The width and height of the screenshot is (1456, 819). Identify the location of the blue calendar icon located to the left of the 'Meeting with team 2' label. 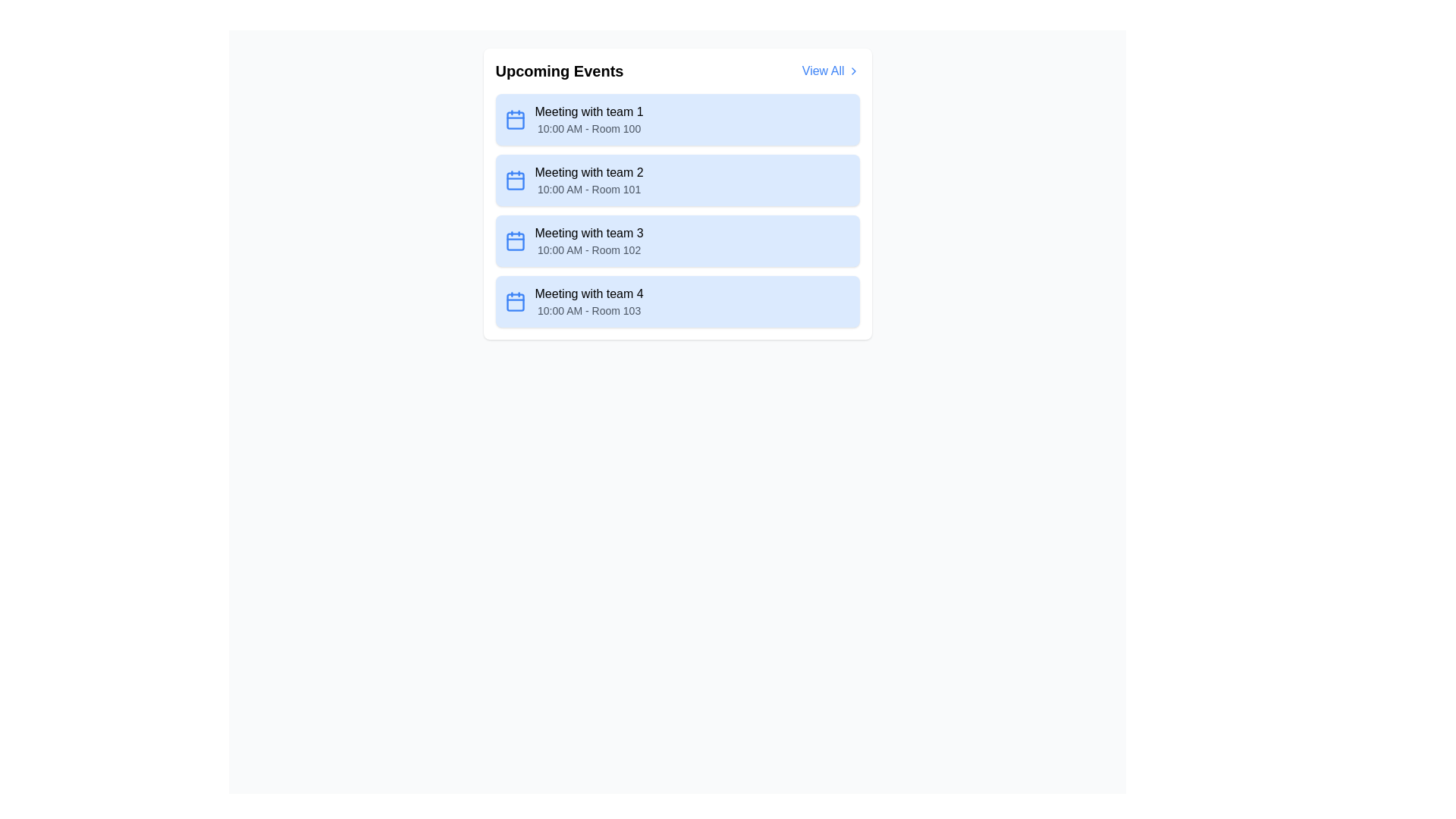
(515, 180).